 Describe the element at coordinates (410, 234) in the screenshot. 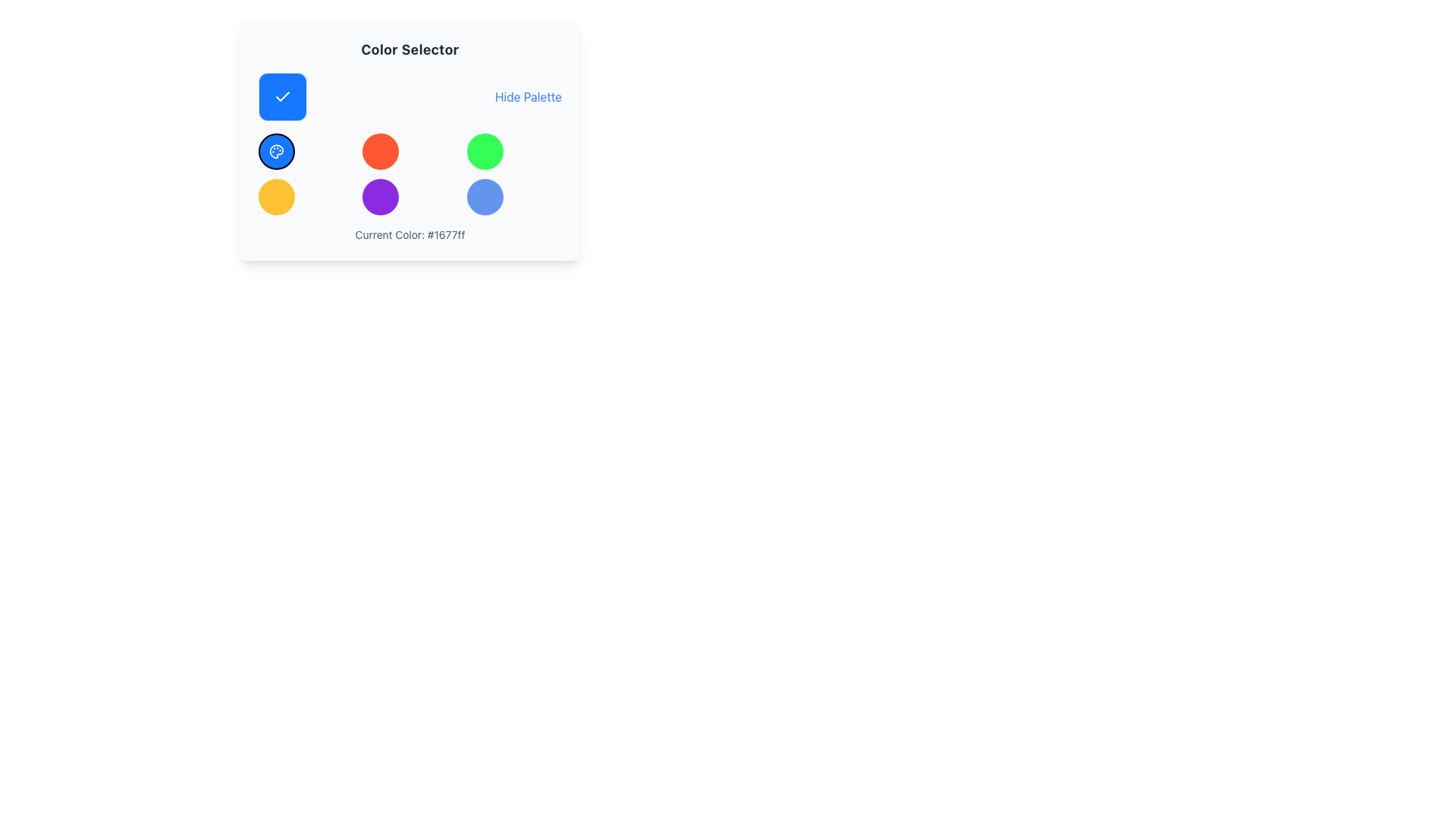

I see `the text display element showing 'Current Color: #1677ff', which is styled in gray and located at the bottom of the color selector interface` at that location.